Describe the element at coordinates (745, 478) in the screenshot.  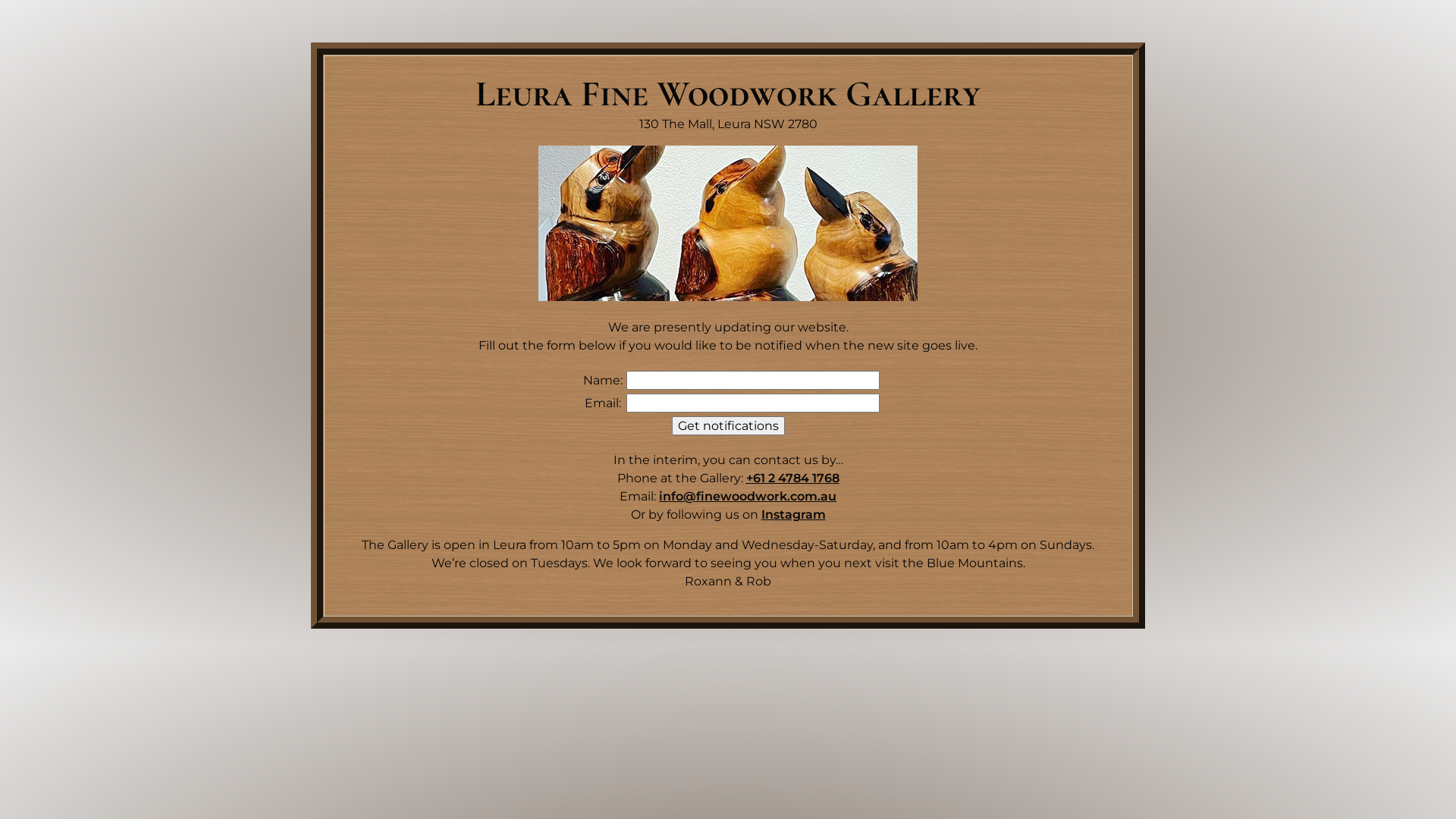
I see `'+61 2 4784 1768'` at that location.